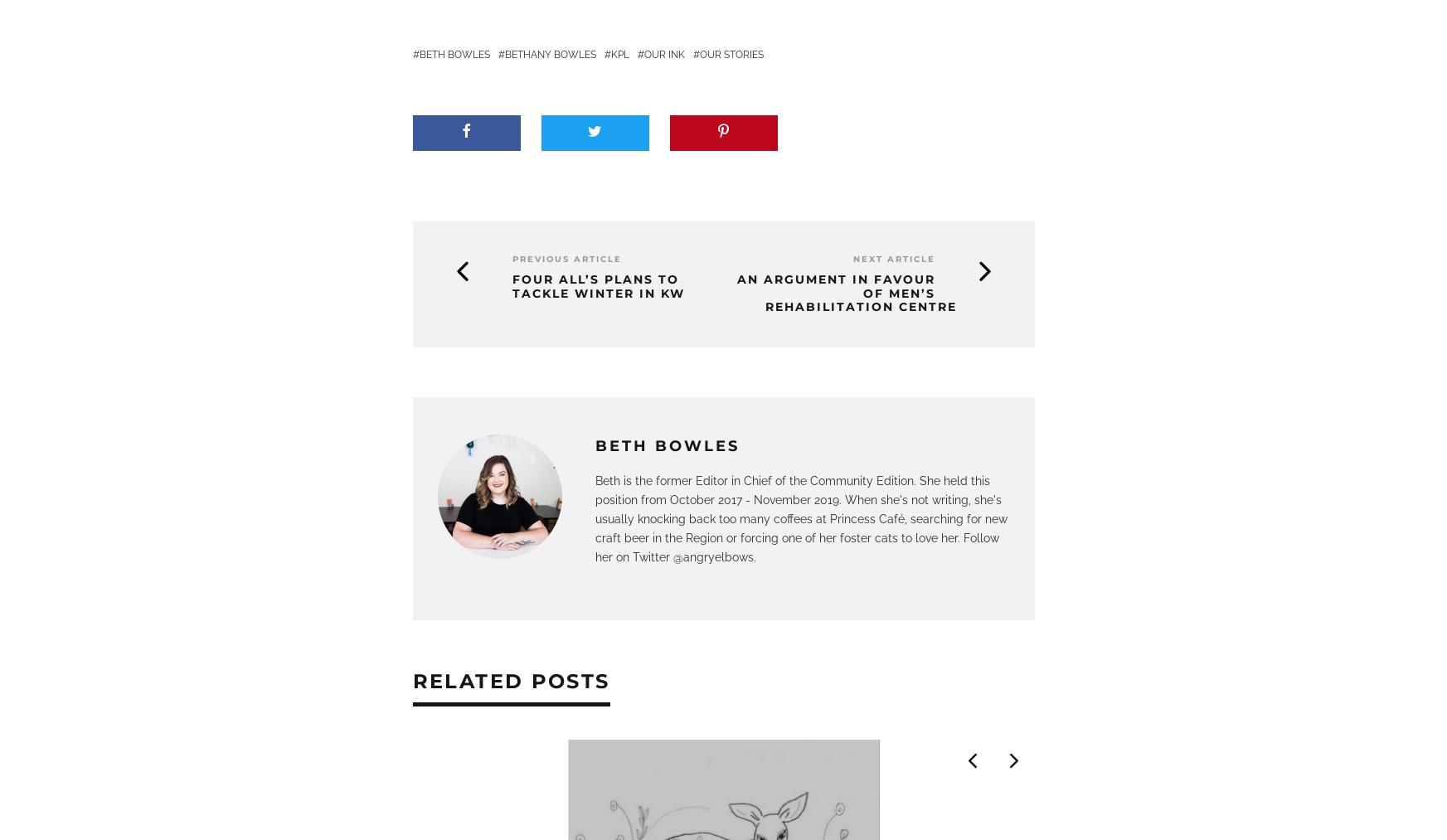 Image resolution: width=1447 pixels, height=840 pixels. Describe the element at coordinates (566, 258) in the screenshot. I see `'Previous Article'` at that location.